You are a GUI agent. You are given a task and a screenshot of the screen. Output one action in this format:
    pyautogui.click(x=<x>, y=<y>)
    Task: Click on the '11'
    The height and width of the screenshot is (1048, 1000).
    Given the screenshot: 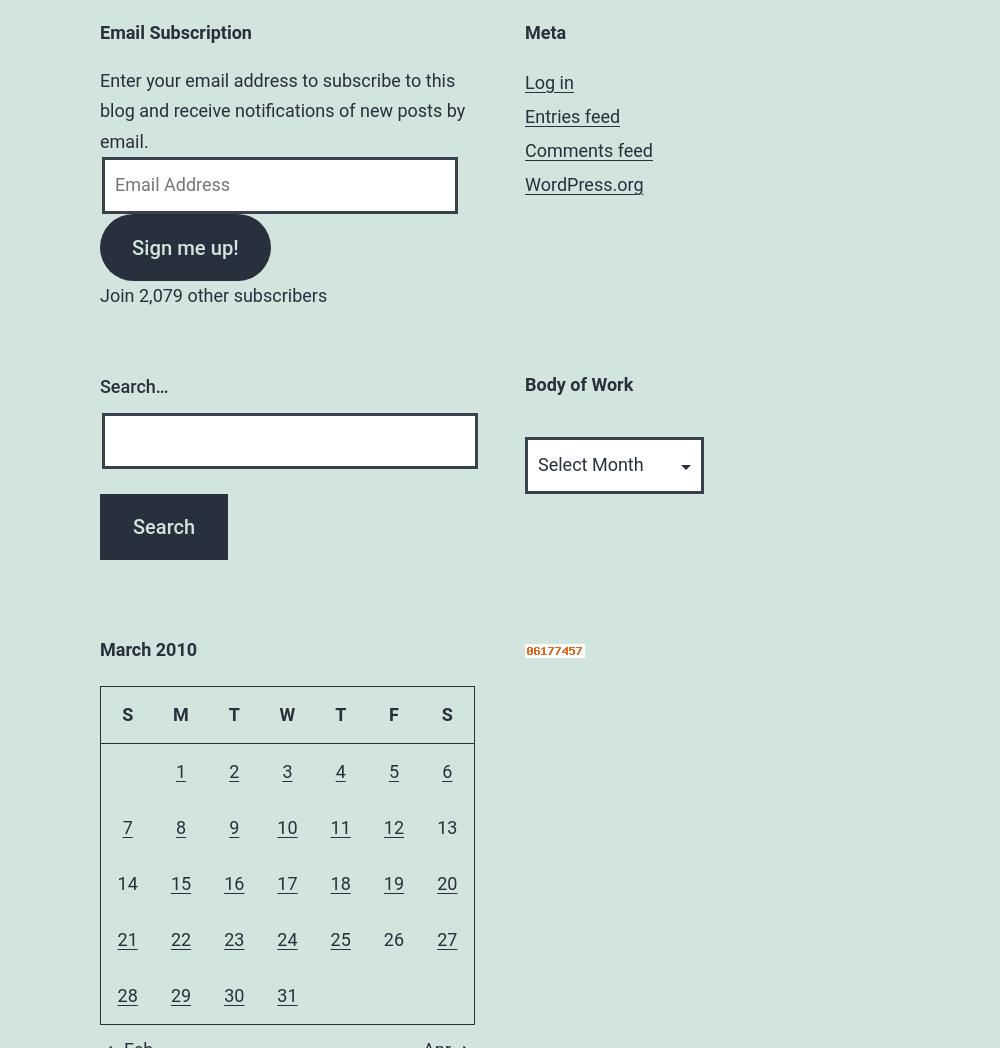 What is the action you would take?
    pyautogui.click(x=339, y=825)
    